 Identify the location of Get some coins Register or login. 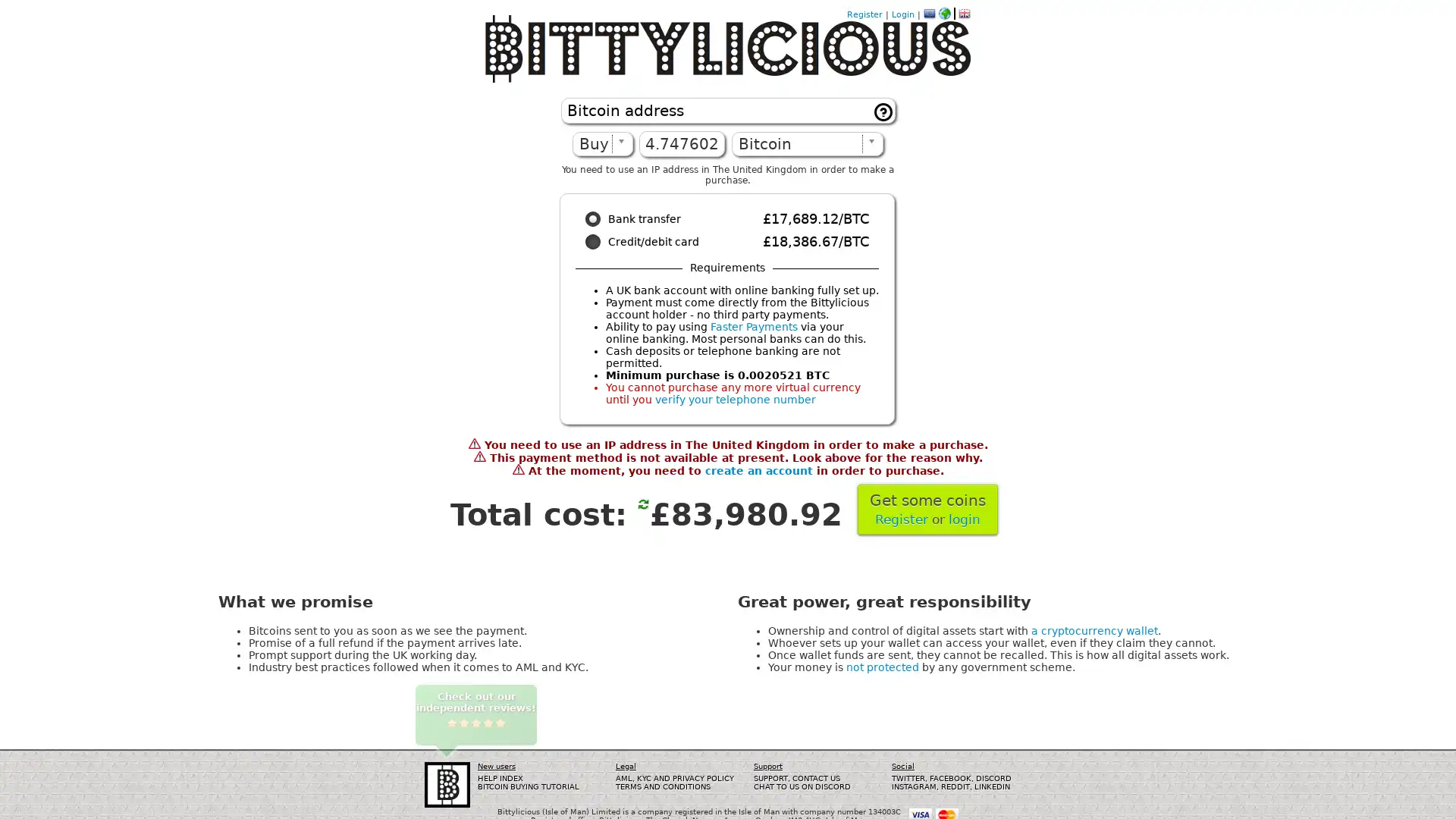
(927, 509).